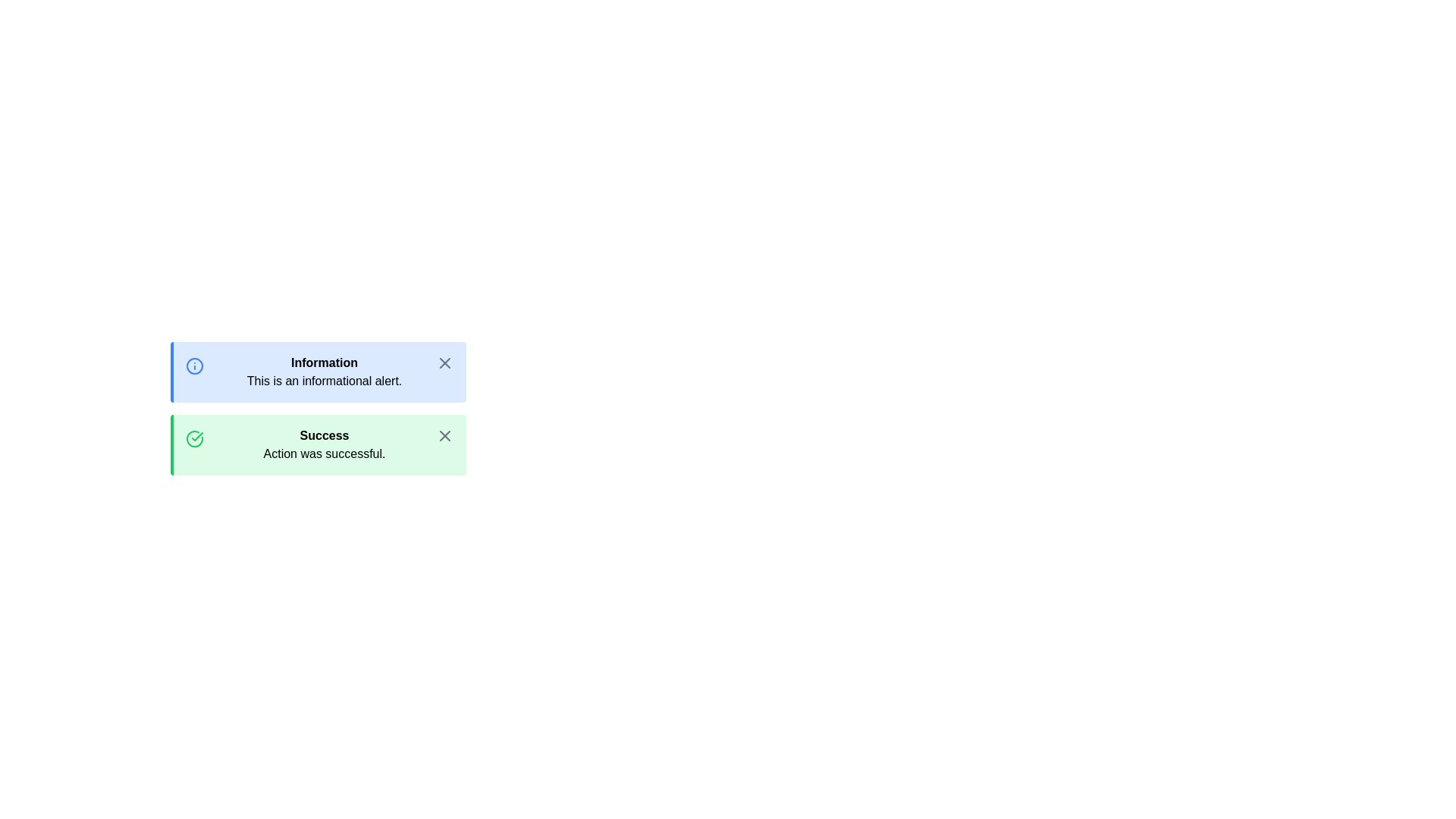  What do you see at coordinates (194, 366) in the screenshot?
I see `the decorative information notification icon located on the left side of the notification box` at bounding box center [194, 366].